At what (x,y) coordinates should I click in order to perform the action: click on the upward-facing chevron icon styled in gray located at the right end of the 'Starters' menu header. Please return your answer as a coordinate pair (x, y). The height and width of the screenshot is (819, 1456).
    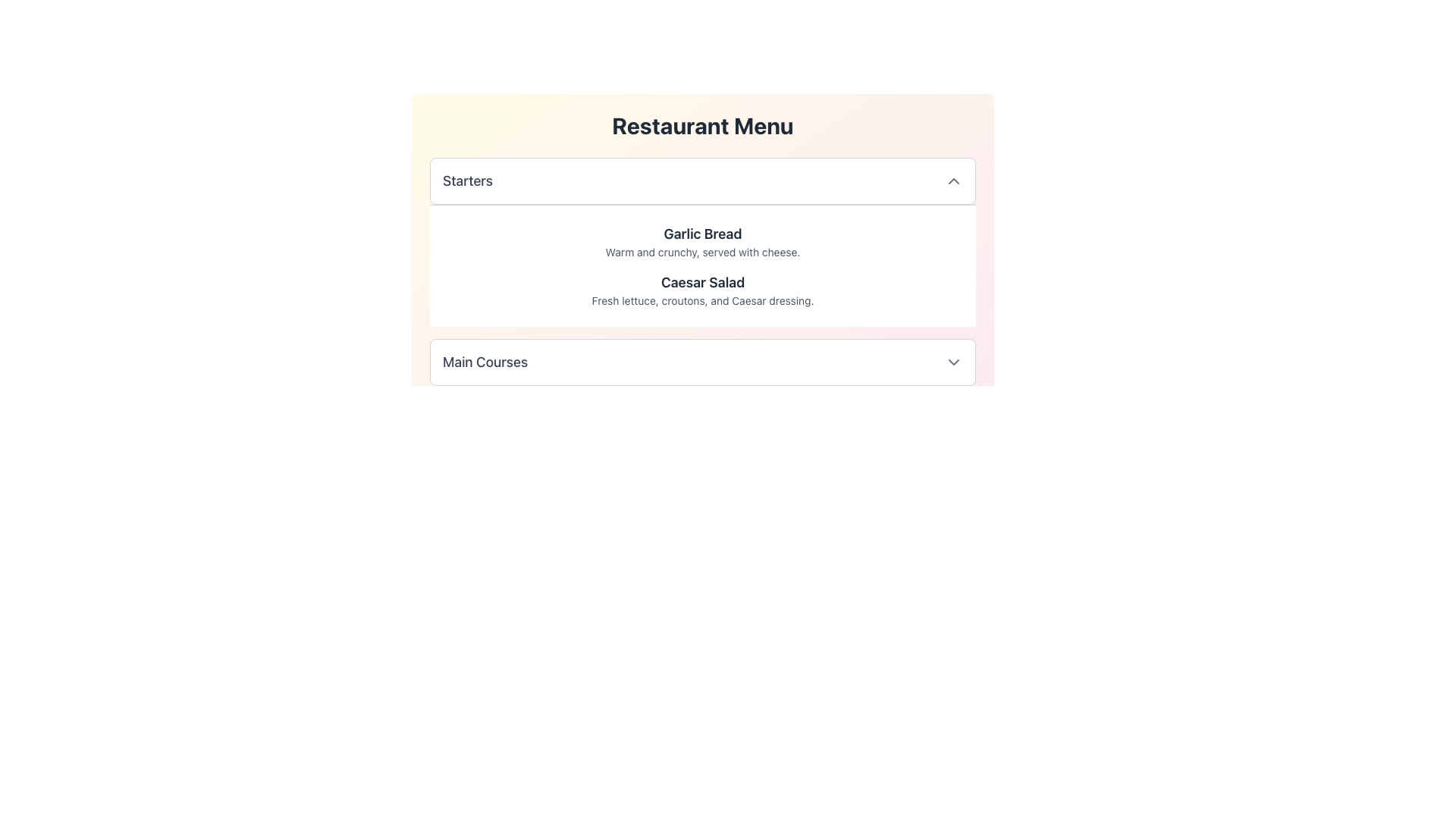
    Looking at the image, I should click on (952, 180).